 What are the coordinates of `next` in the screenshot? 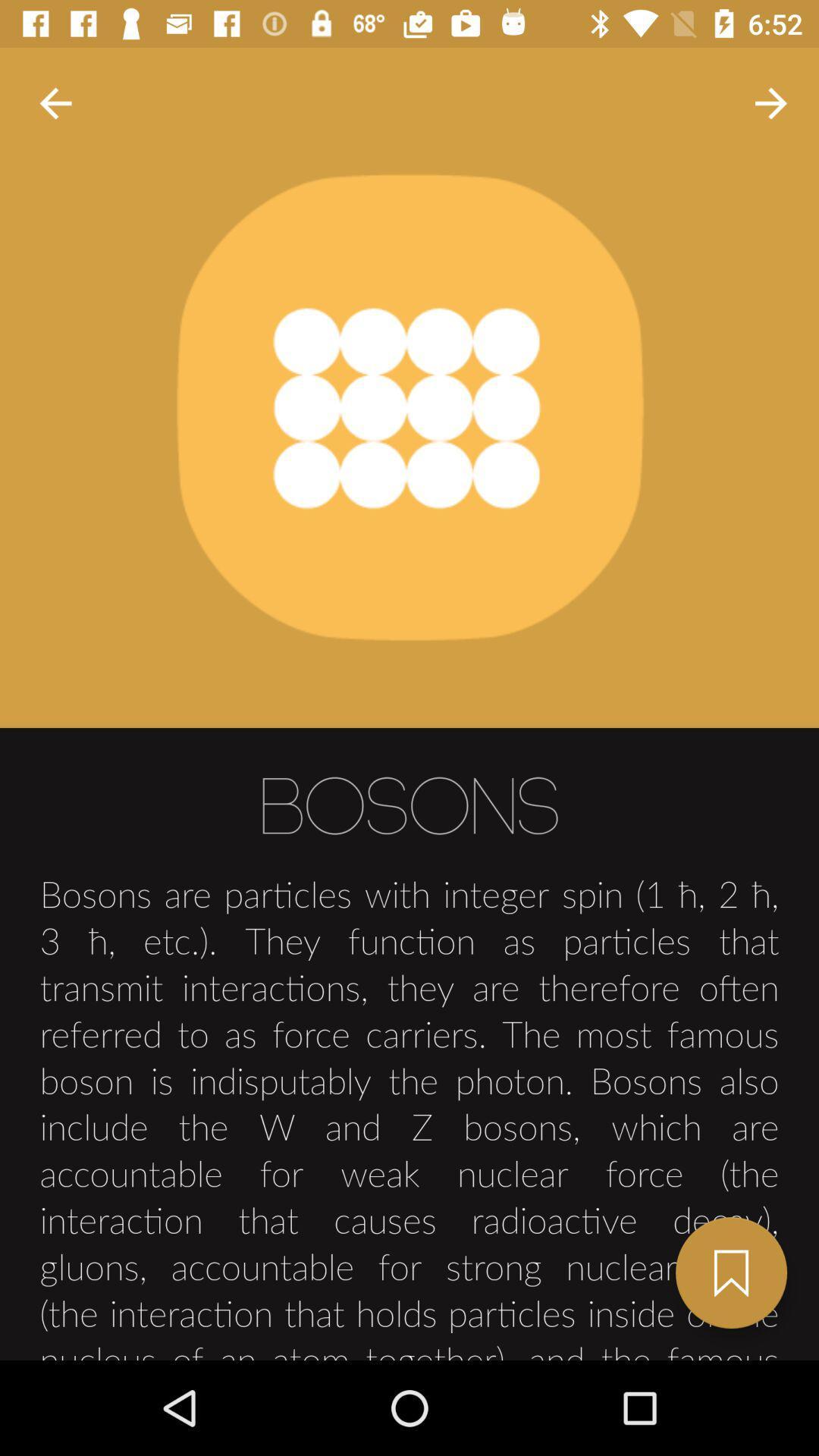 It's located at (730, 1272).